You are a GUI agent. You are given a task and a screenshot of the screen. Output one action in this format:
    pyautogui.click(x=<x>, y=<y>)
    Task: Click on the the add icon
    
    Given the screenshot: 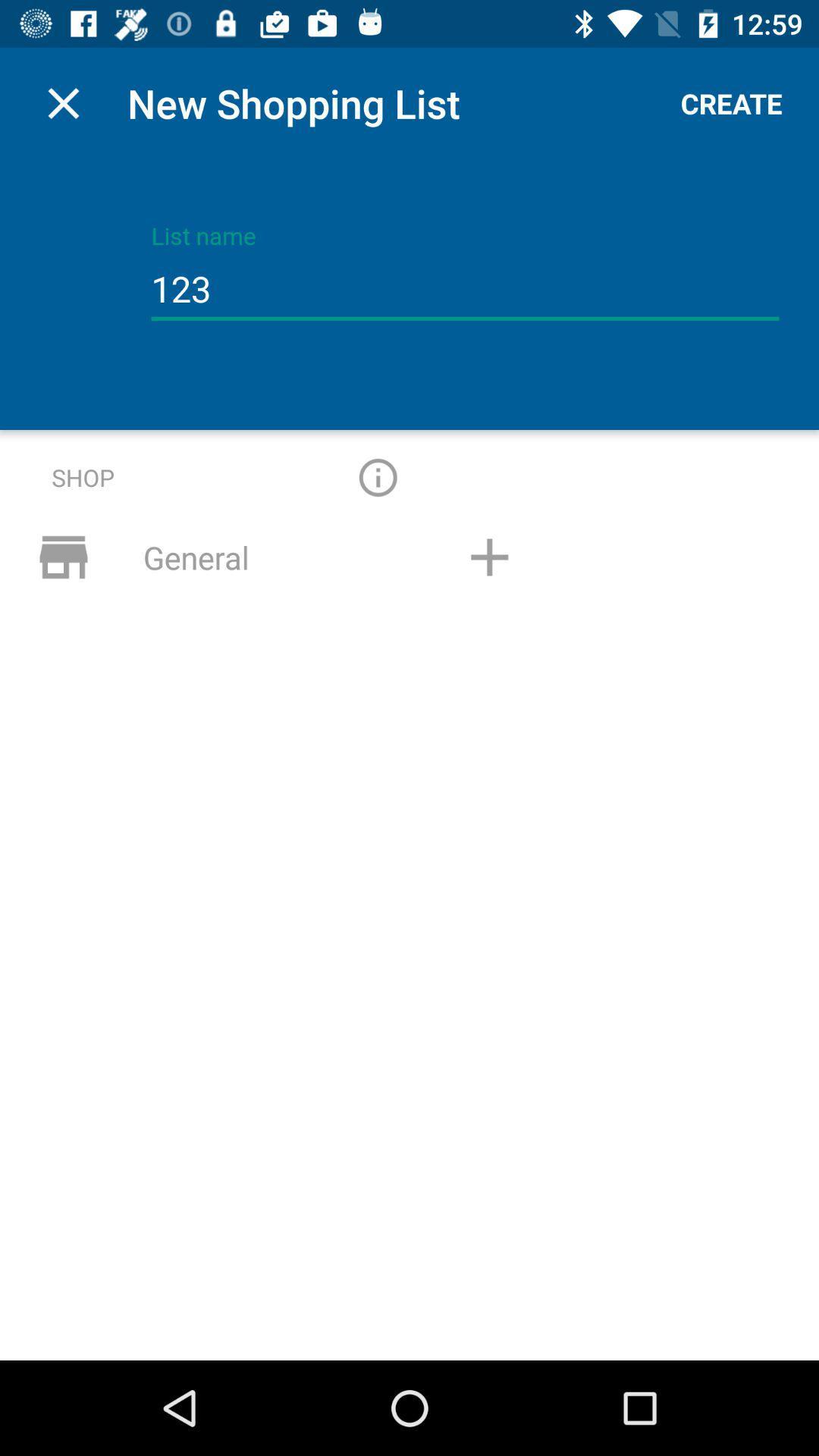 What is the action you would take?
    pyautogui.click(x=489, y=556)
    